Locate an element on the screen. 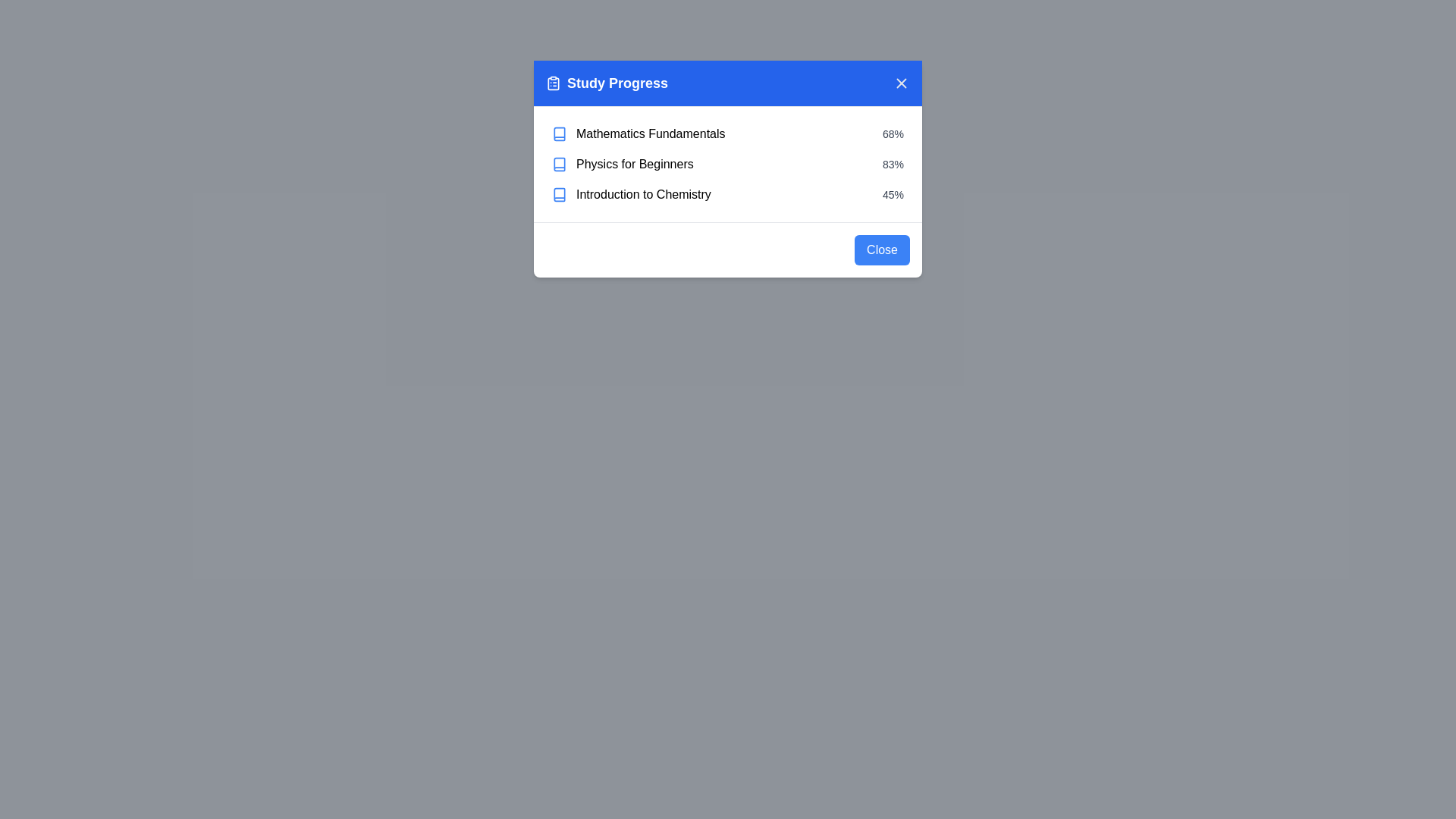 The width and height of the screenshot is (1456, 819). on the list item titled 'Mathematics Fundamentals', which is the topmost item in the 'Study Progress' section is located at coordinates (728, 133).